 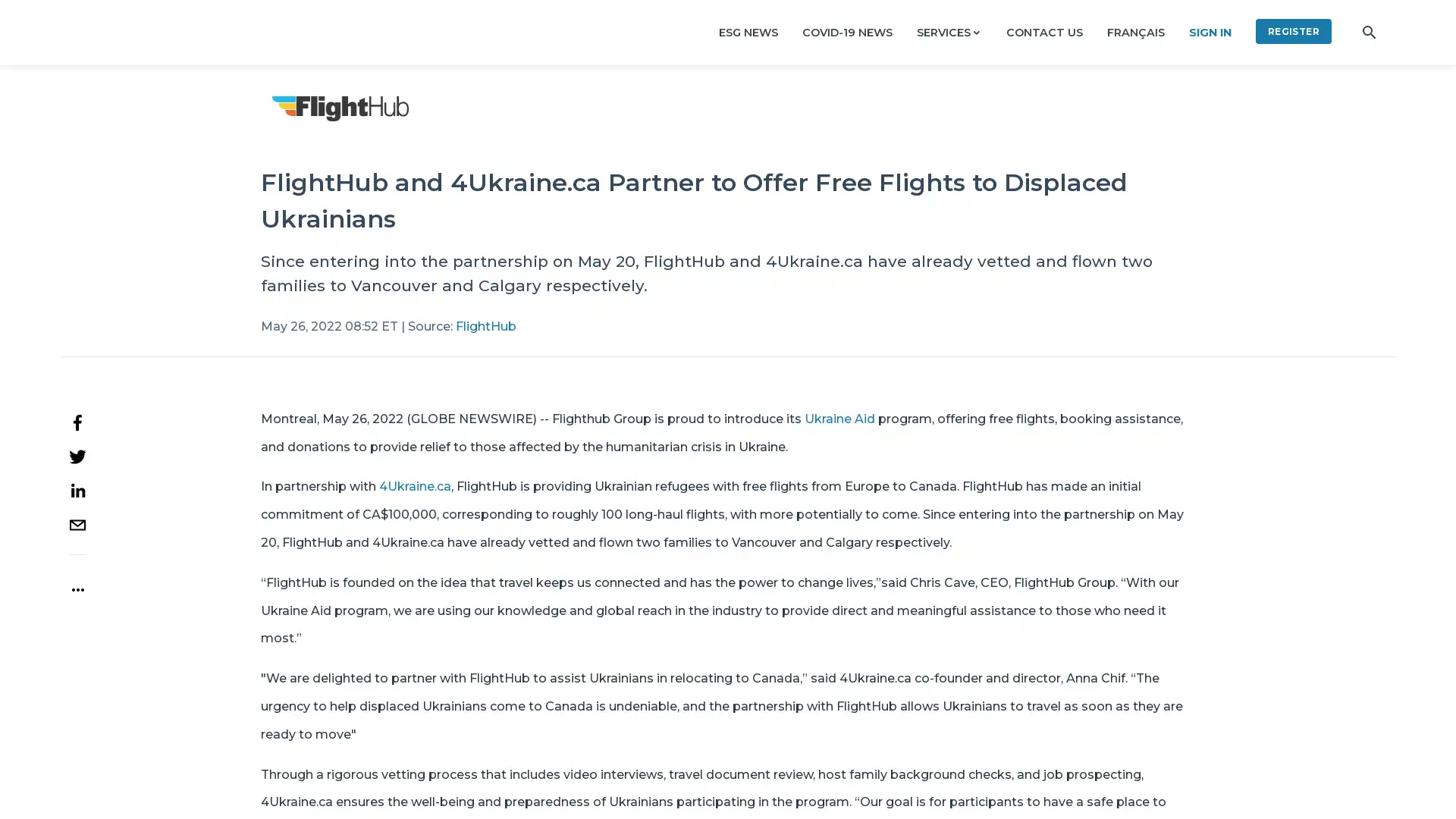 I want to click on linkedin, so click(x=77, y=490).